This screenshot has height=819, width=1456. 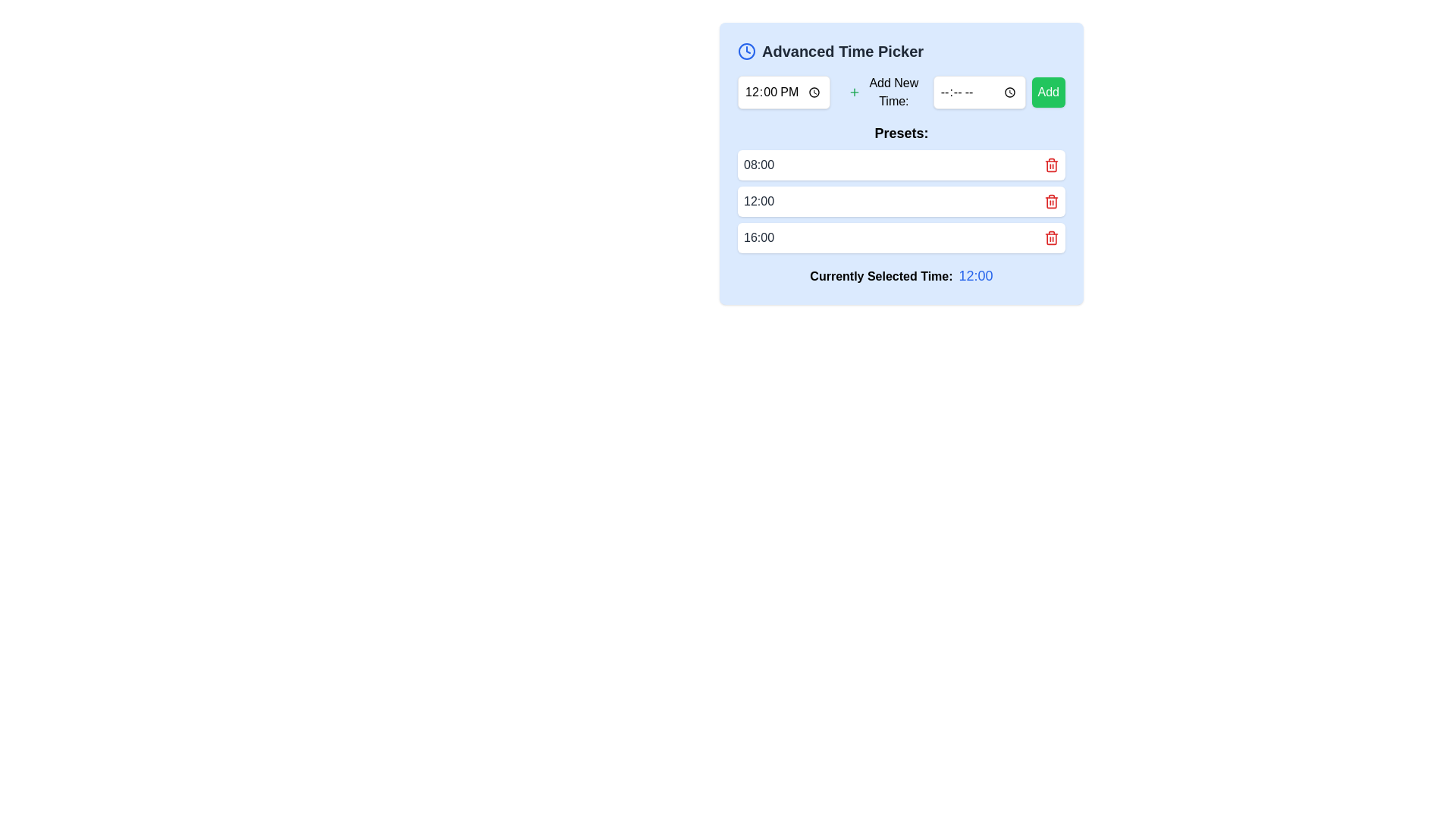 I want to click on the red trash bin icon, so click(x=1051, y=166).